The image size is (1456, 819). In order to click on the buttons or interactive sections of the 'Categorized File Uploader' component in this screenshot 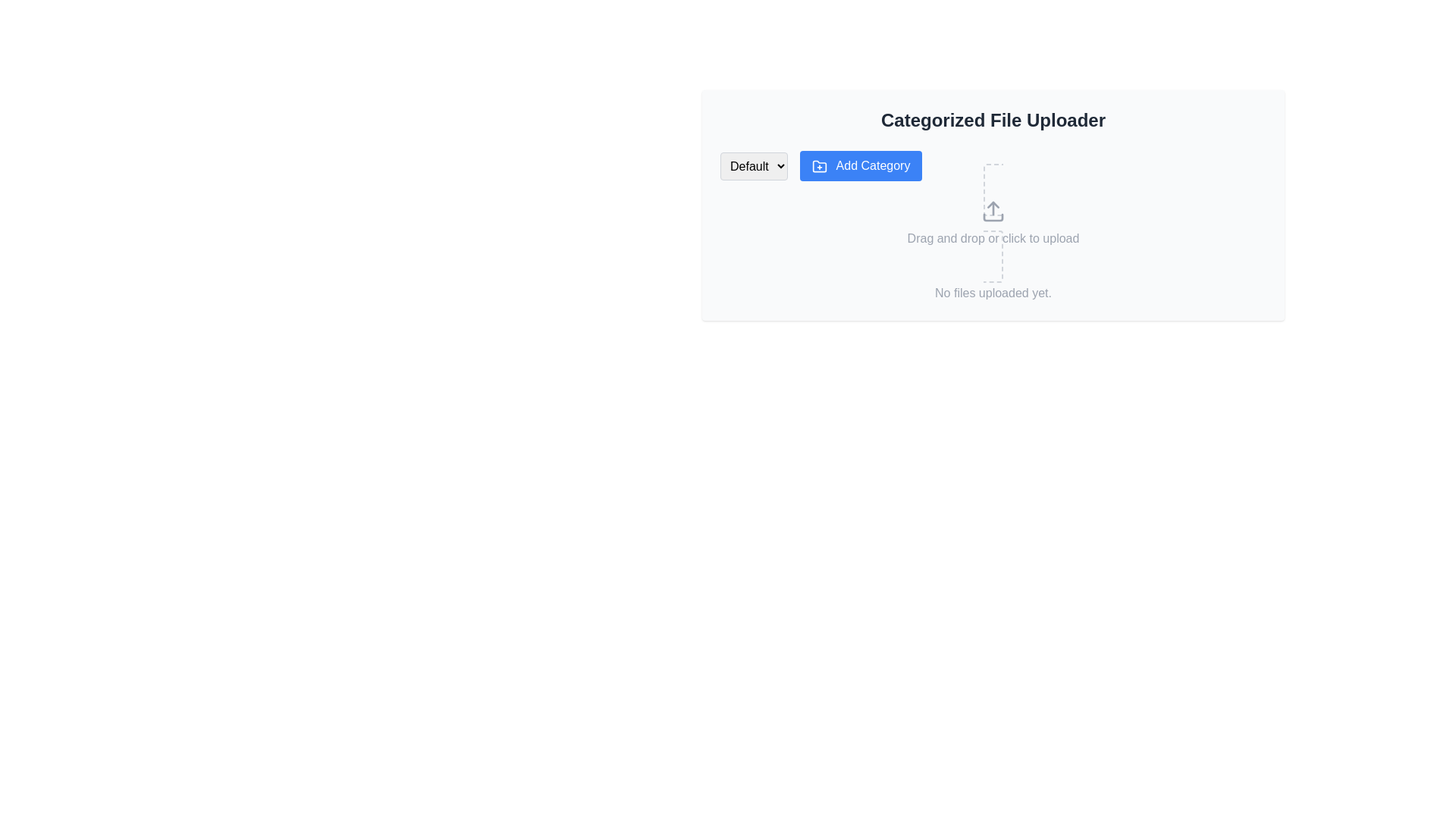, I will do `click(993, 205)`.